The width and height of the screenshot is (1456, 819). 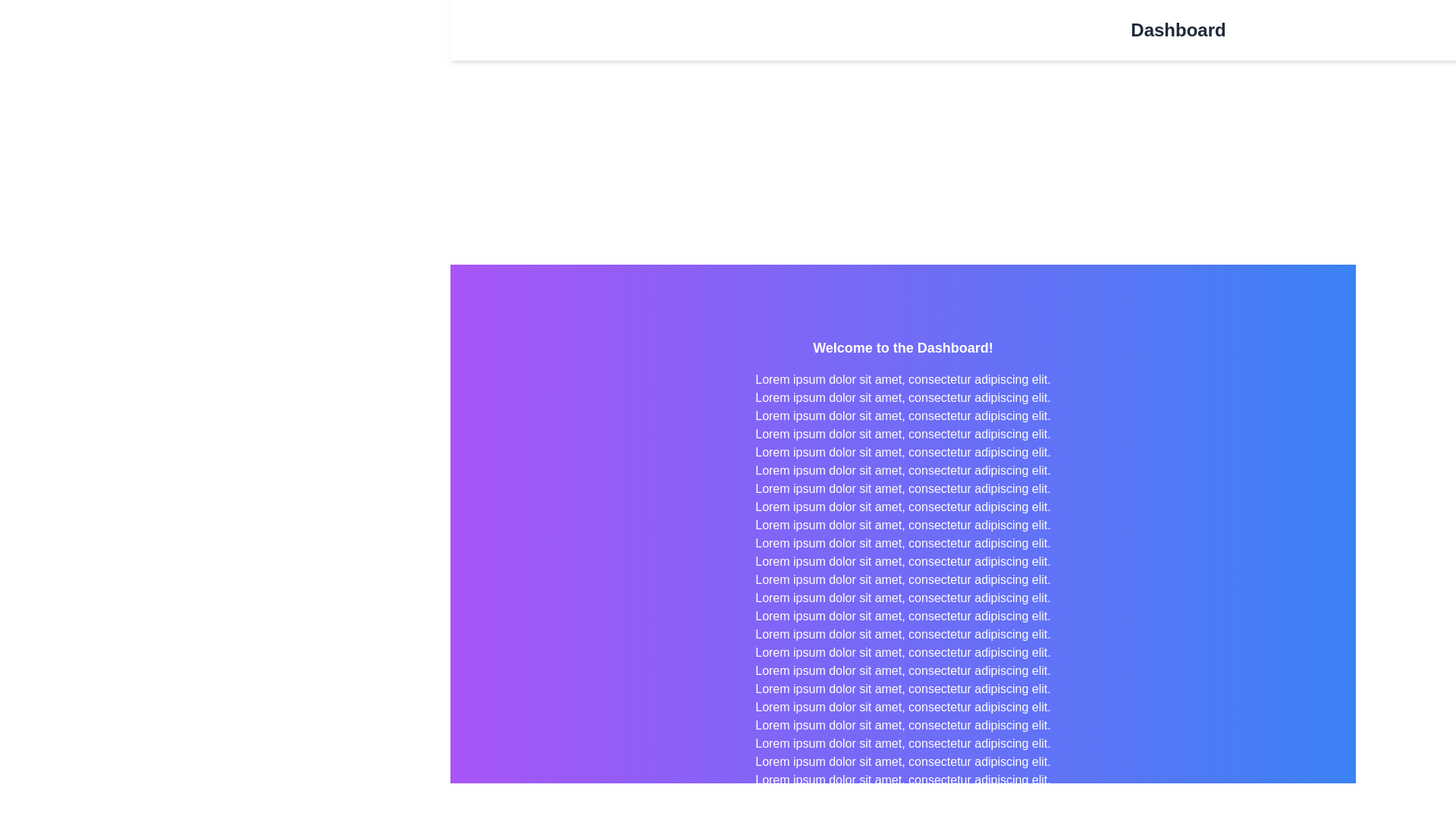 I want to click on the seventh paragraph text block under the header 'Welcome to the Dashboard!' that displays placeholder text, so click(x=902, y=470).